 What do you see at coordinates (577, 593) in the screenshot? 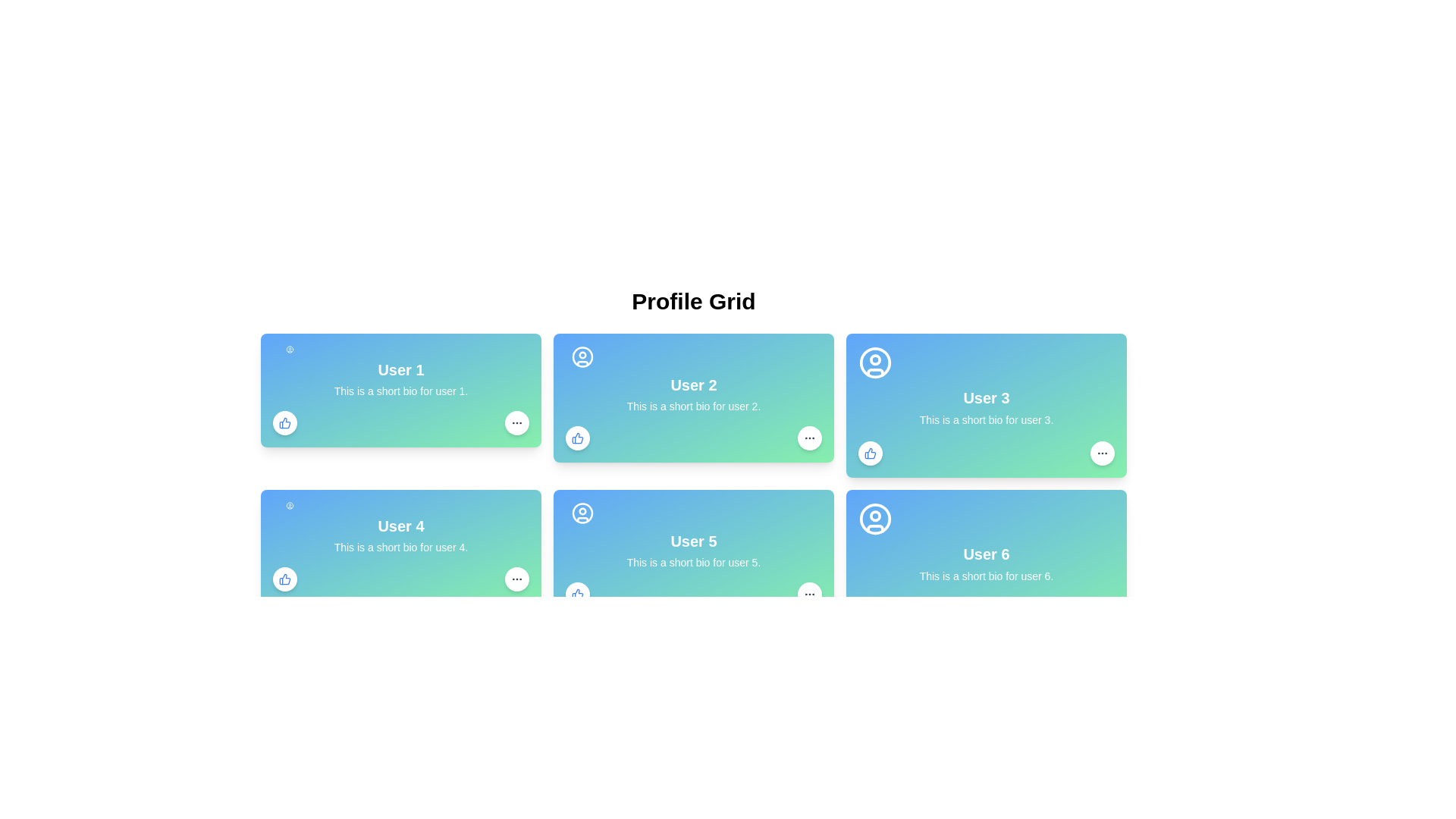
I see `the 'like' button located at the bottom-left corner of the 'User 5' card in the profile grid to express approval` at bounding box center [577, 593].